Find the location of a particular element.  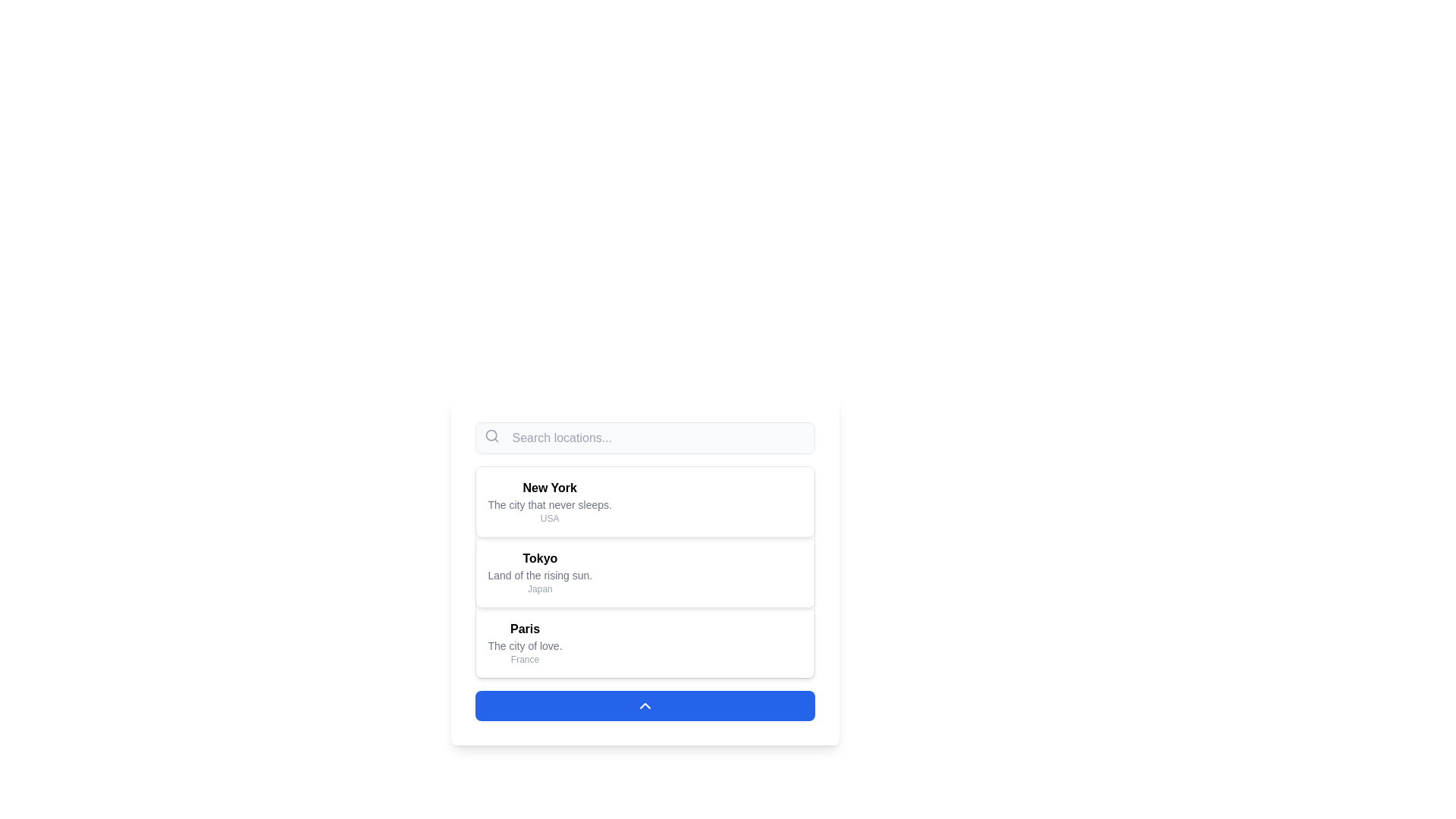

the Text Label containing the text 'The city of love.' styled in a smaller gray font, which is located directly below the bold 'Paris' text is located at coordinates (525, 646).